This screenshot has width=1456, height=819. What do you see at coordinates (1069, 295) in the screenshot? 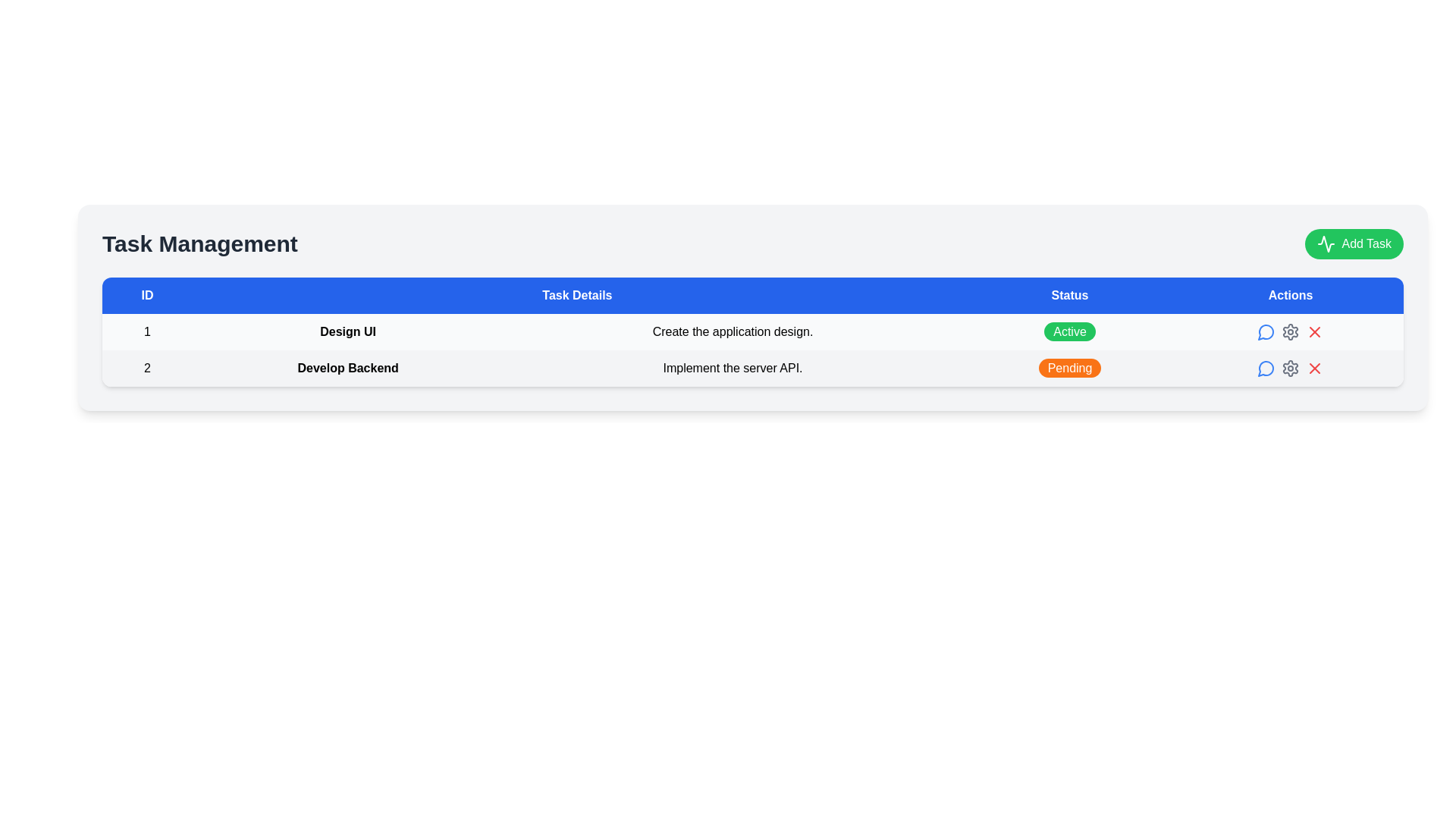
I see `the 'Status' column header cell in the table, which is the third header element among 'ID', 'Task Details', and 'Actions'` at bounding box center [1069, 295].